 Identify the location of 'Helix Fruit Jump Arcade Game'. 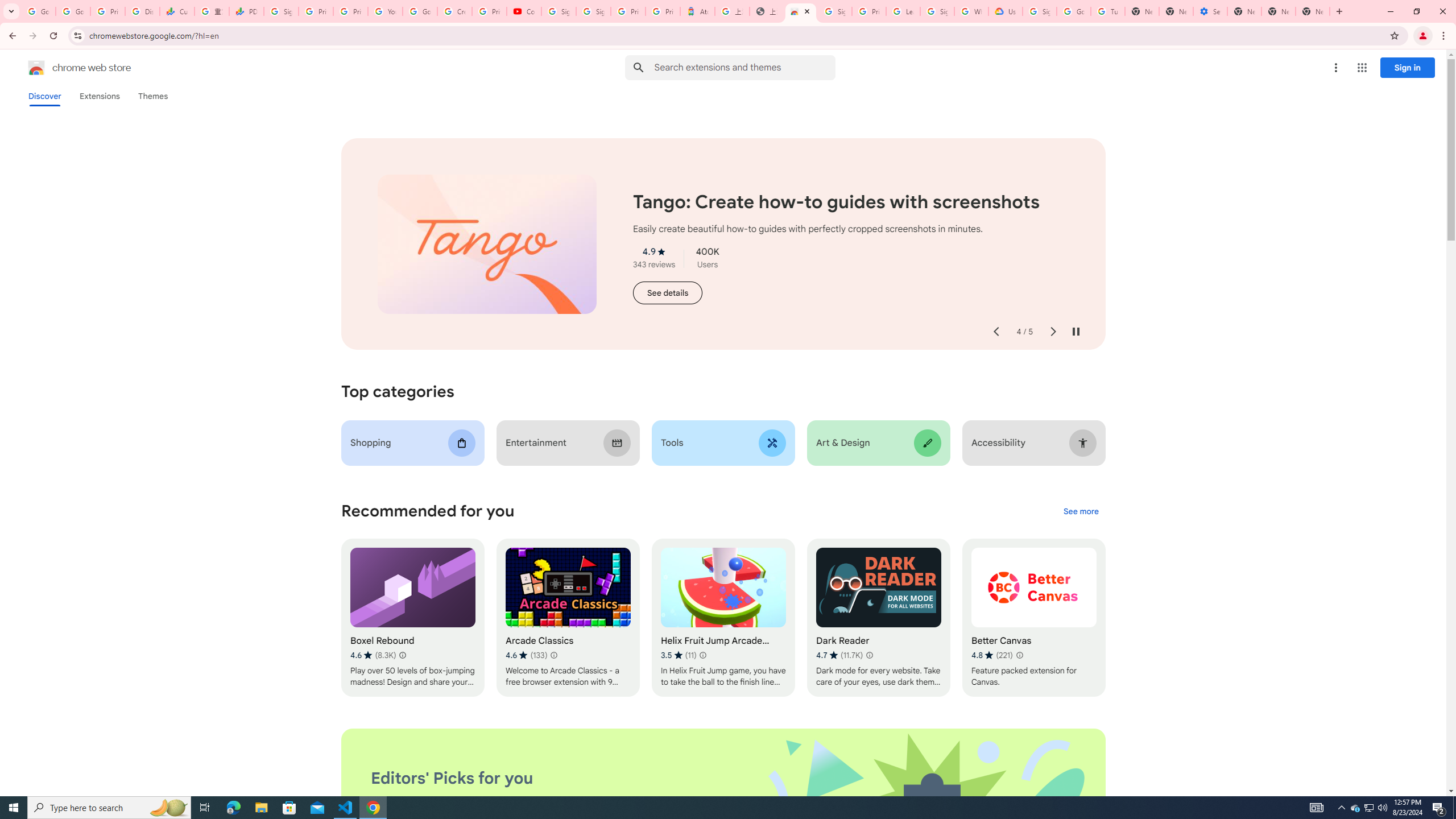
(723, 617).